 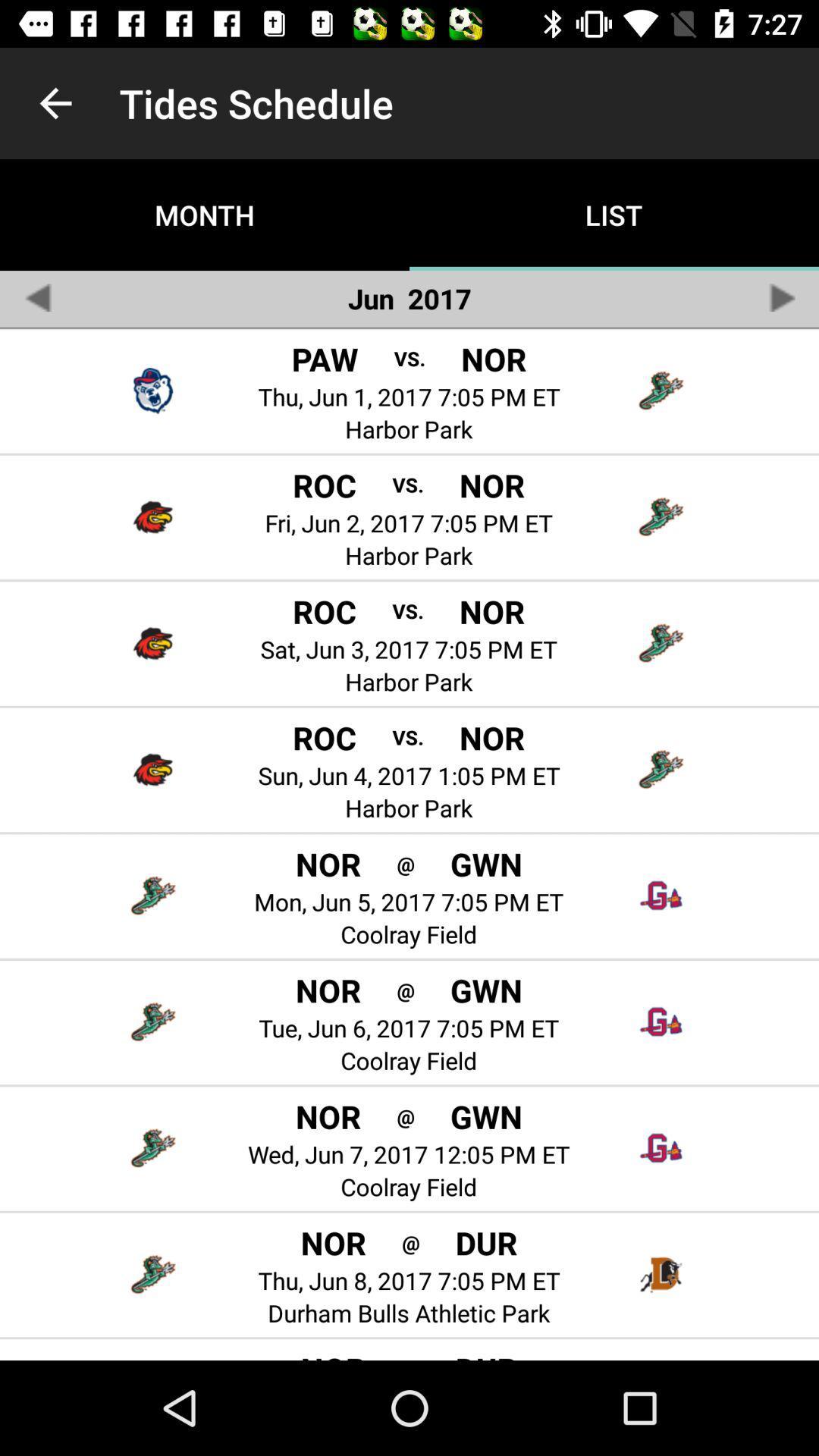 What do you see at coordinates (55, 102) in the screenshot?
I see `the icon to the left of the tides schedule` at bounding box center [55, 102].